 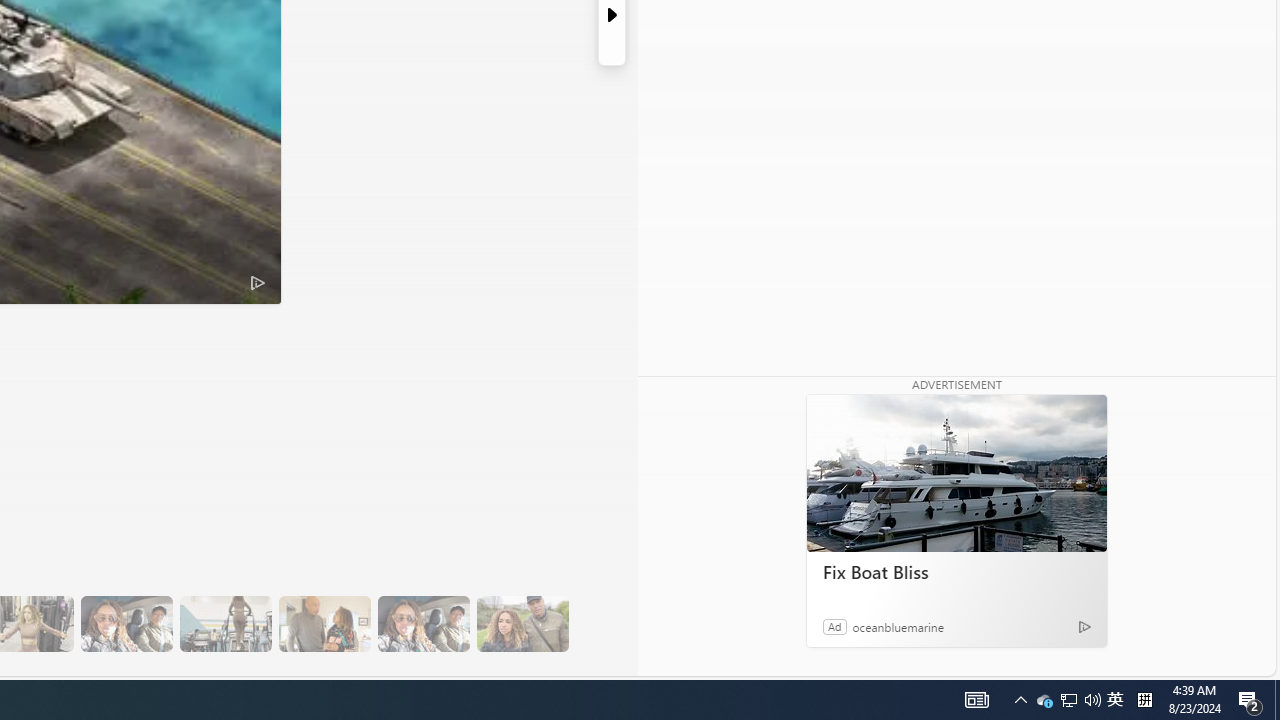 I want to click on '20 Overall, It Will Improve Your Health', so click(x=522, y=623).